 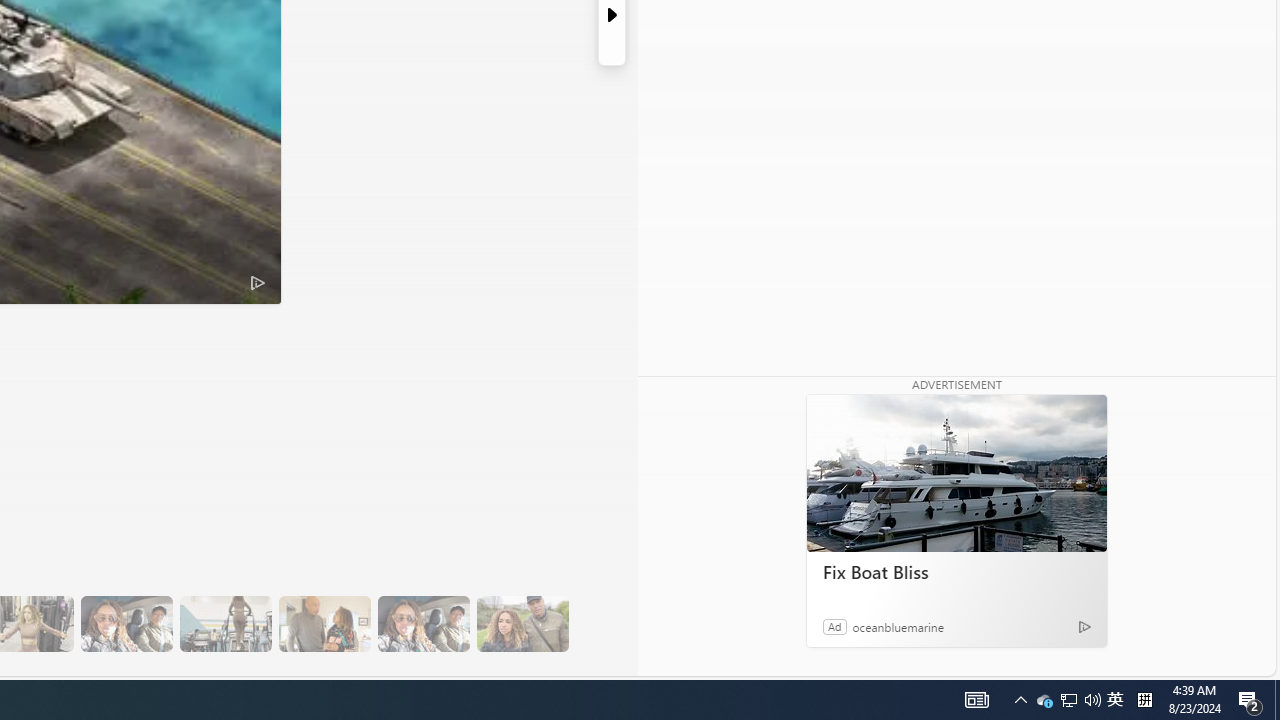 I want to click on '20 Overall, It Will Improve Your Health', so click(x=522, y=623).